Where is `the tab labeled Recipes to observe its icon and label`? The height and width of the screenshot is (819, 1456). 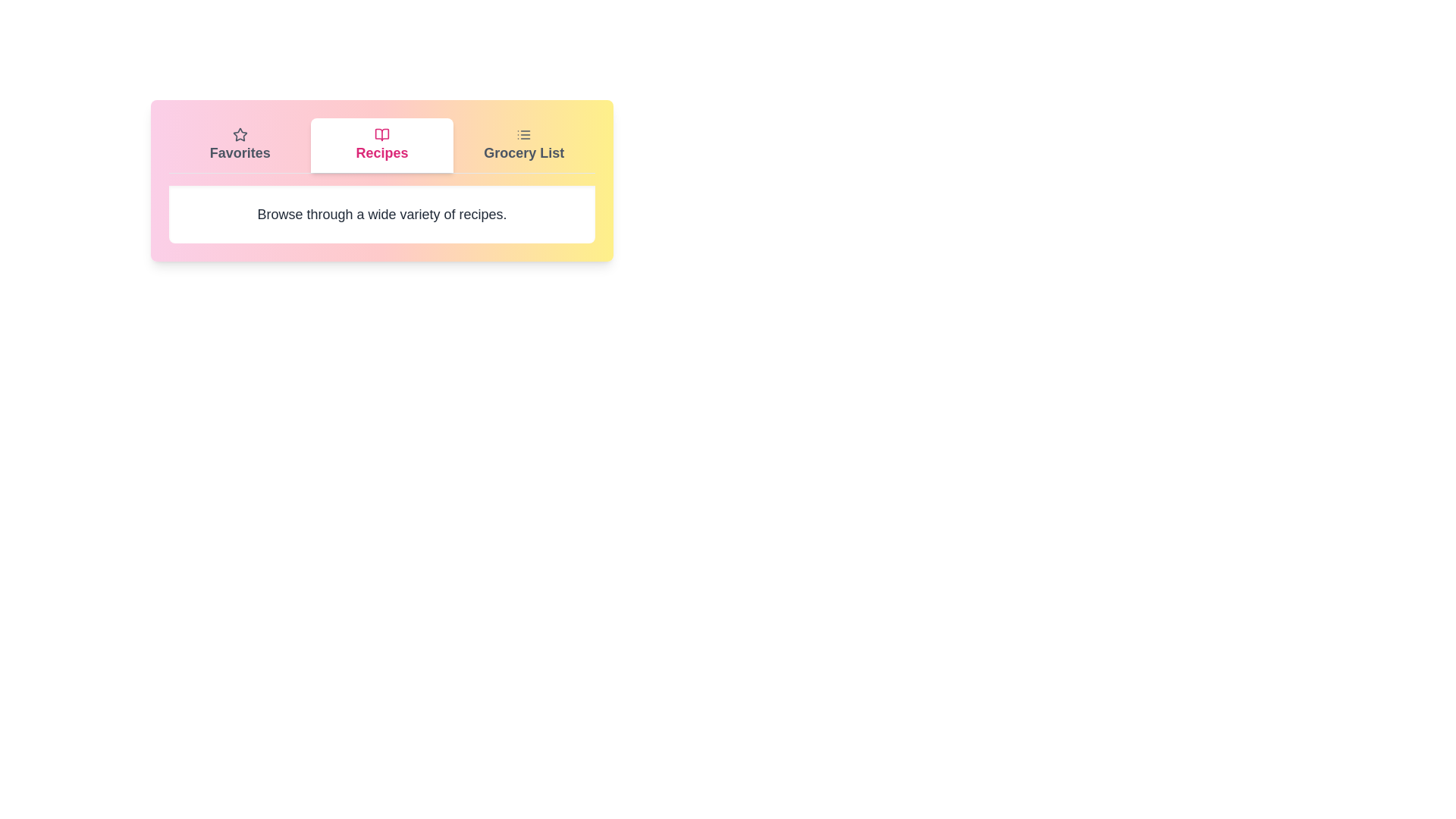 the tab labeled Recipes to observe its icon and label is located at coordinates (381, 146).